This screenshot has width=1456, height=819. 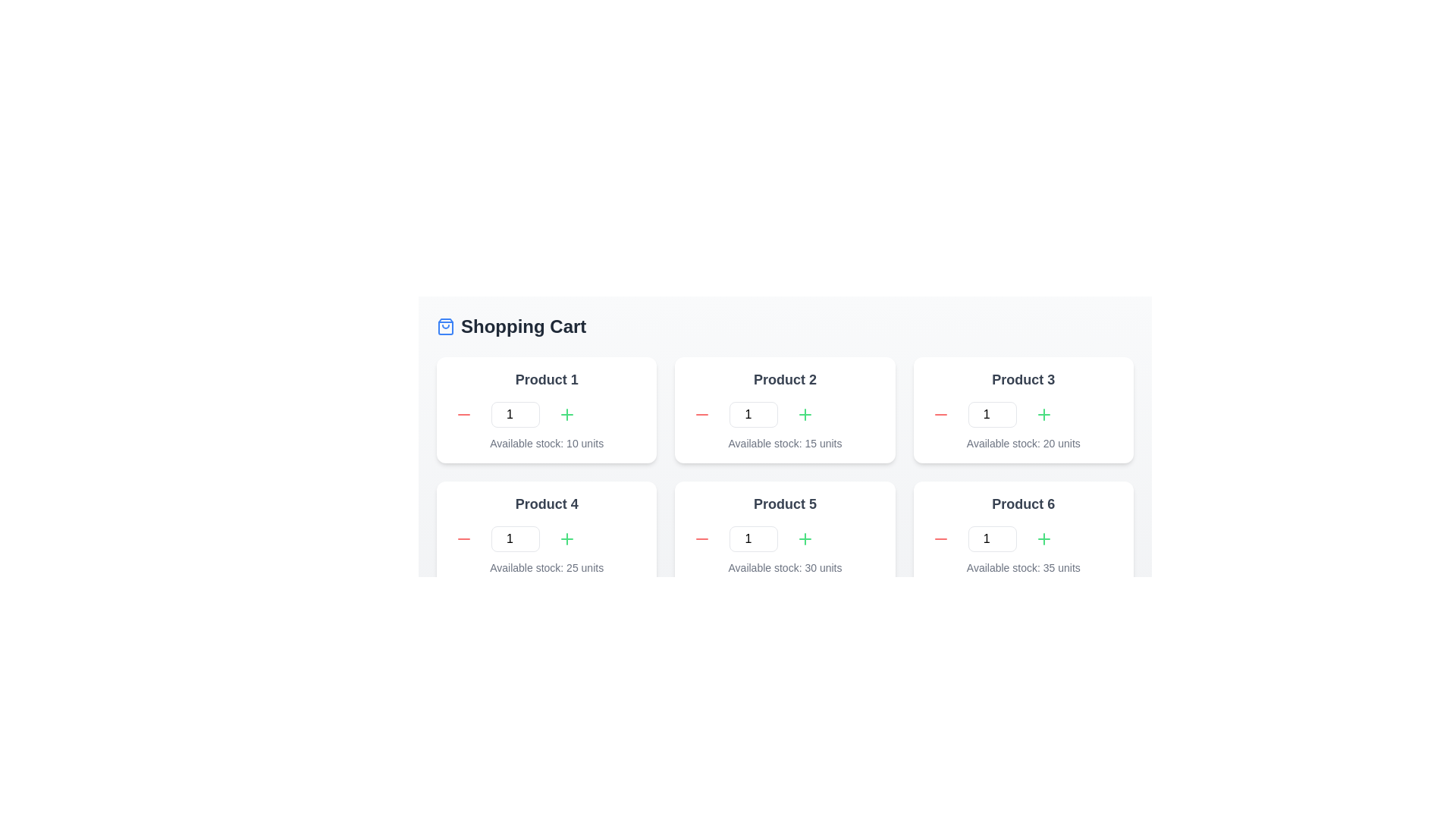 What do you see at coordinates (701, 538) in the screenshot?
I see `the decrement button located on the left side of the quantity input box for 'Product 5' to decrease the count` at bounding box center [701, 538].